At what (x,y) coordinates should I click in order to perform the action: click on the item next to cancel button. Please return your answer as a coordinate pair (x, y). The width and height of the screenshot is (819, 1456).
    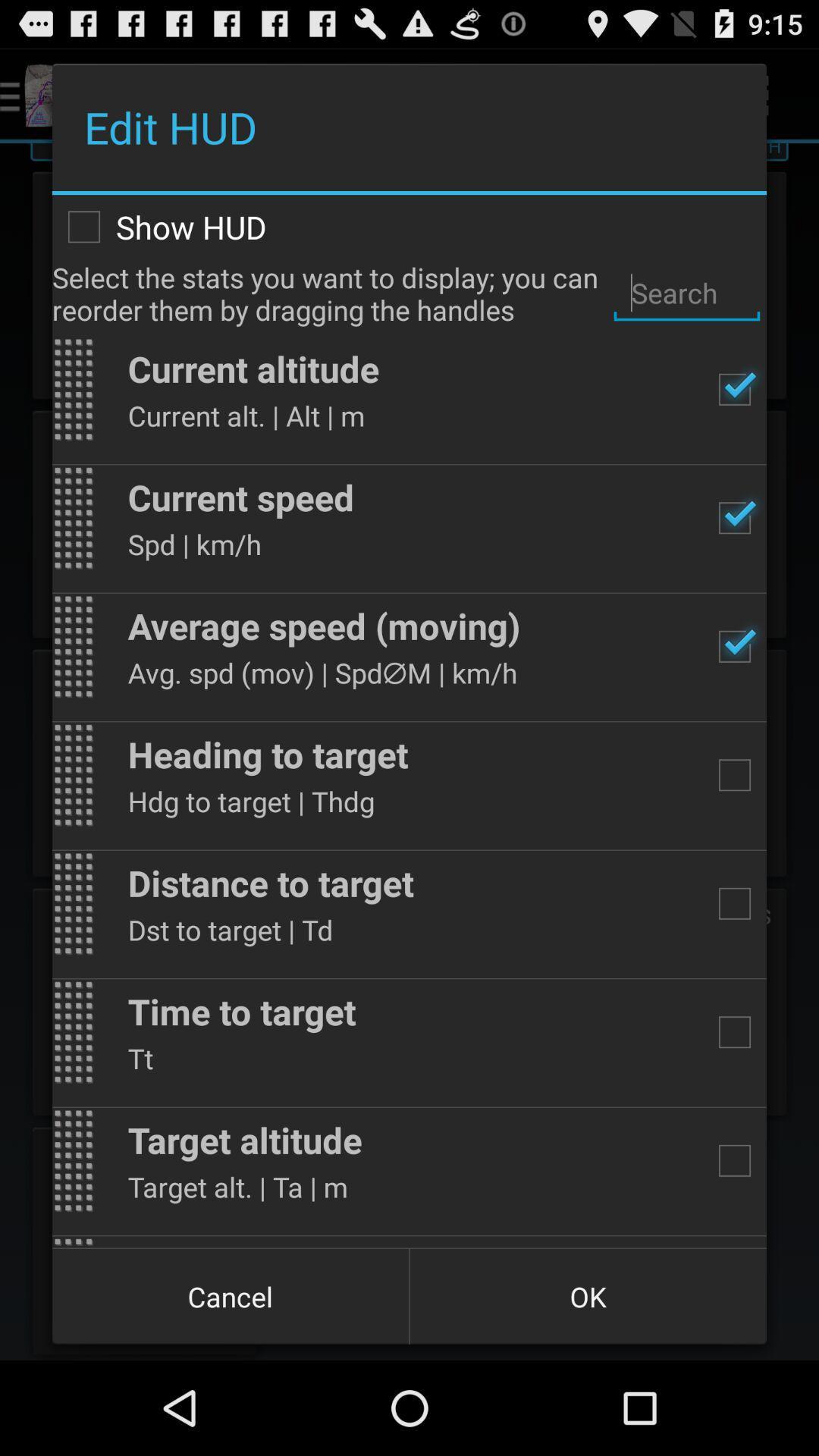
    Looking at the image, I should click on (587, 1295).